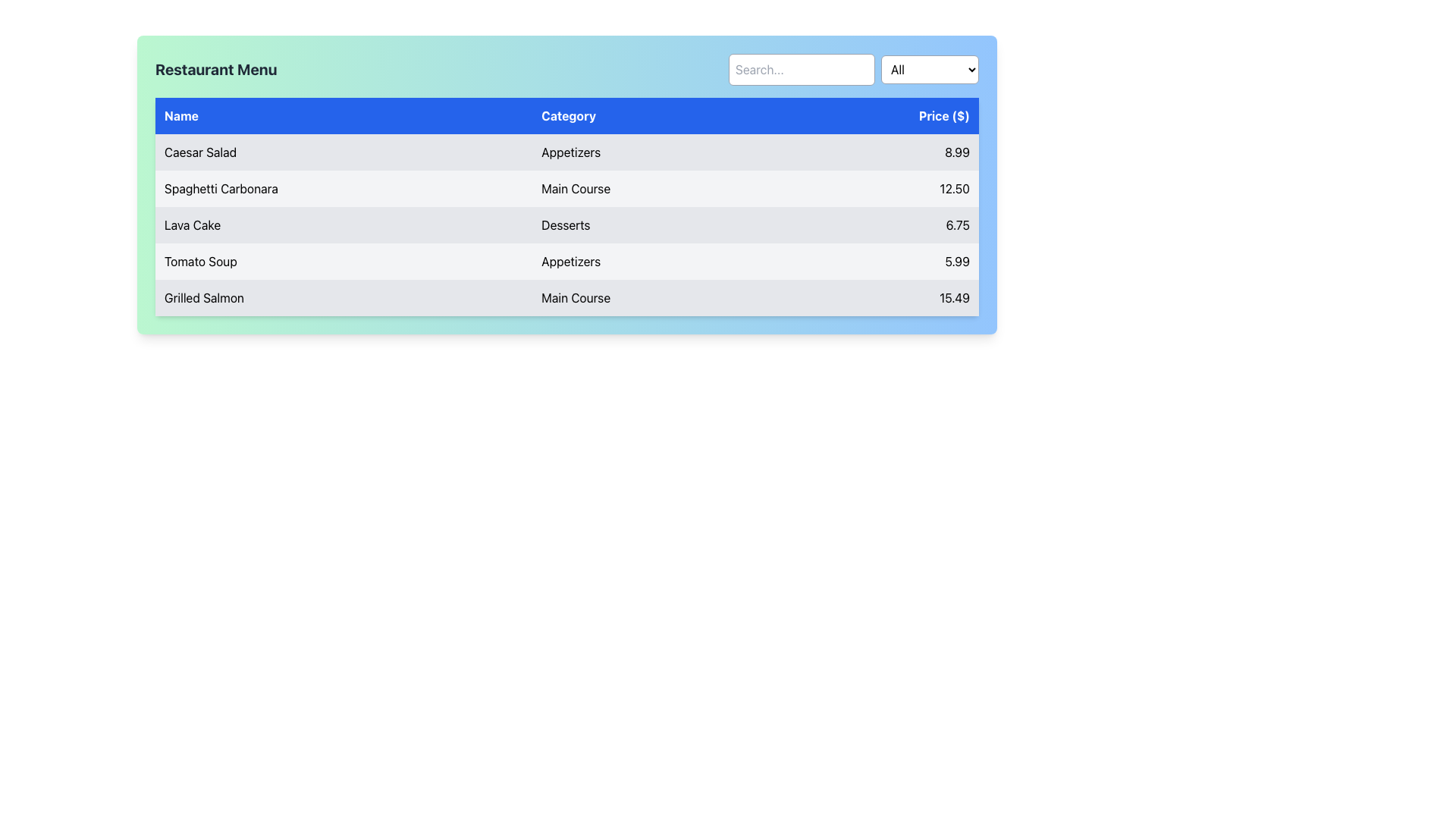 The image size is (1456, 819). I want to click on the second row of the menu table, which displays the details of the dish including its name, category, and price, so click(566, 188).